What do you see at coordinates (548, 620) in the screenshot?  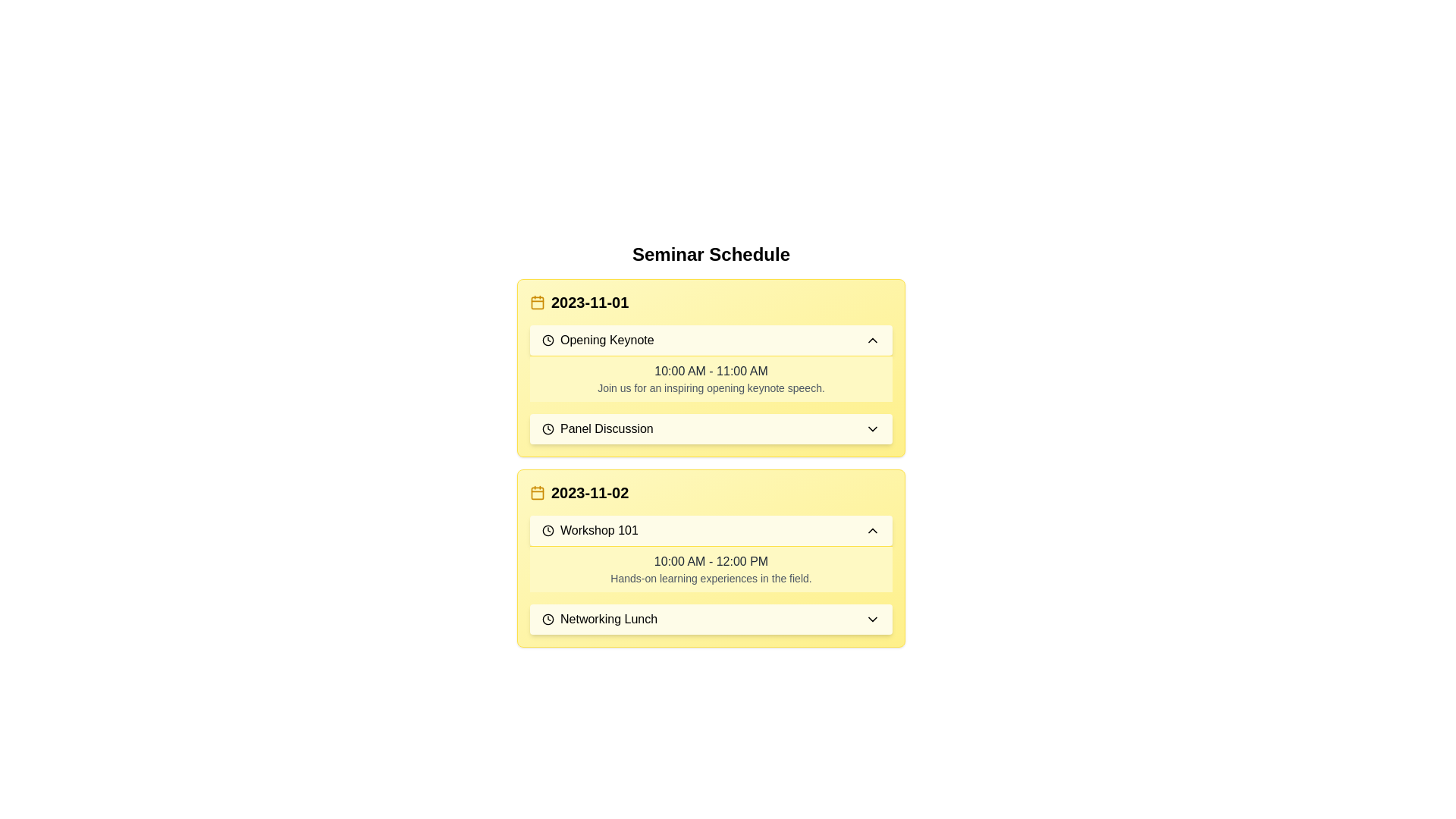 I see `the clock icon that visually indicates time, located to the left of the 'Networking Lunch' text in the seminar schedule for '2023-11-02'` at bounding box center [548, 620].